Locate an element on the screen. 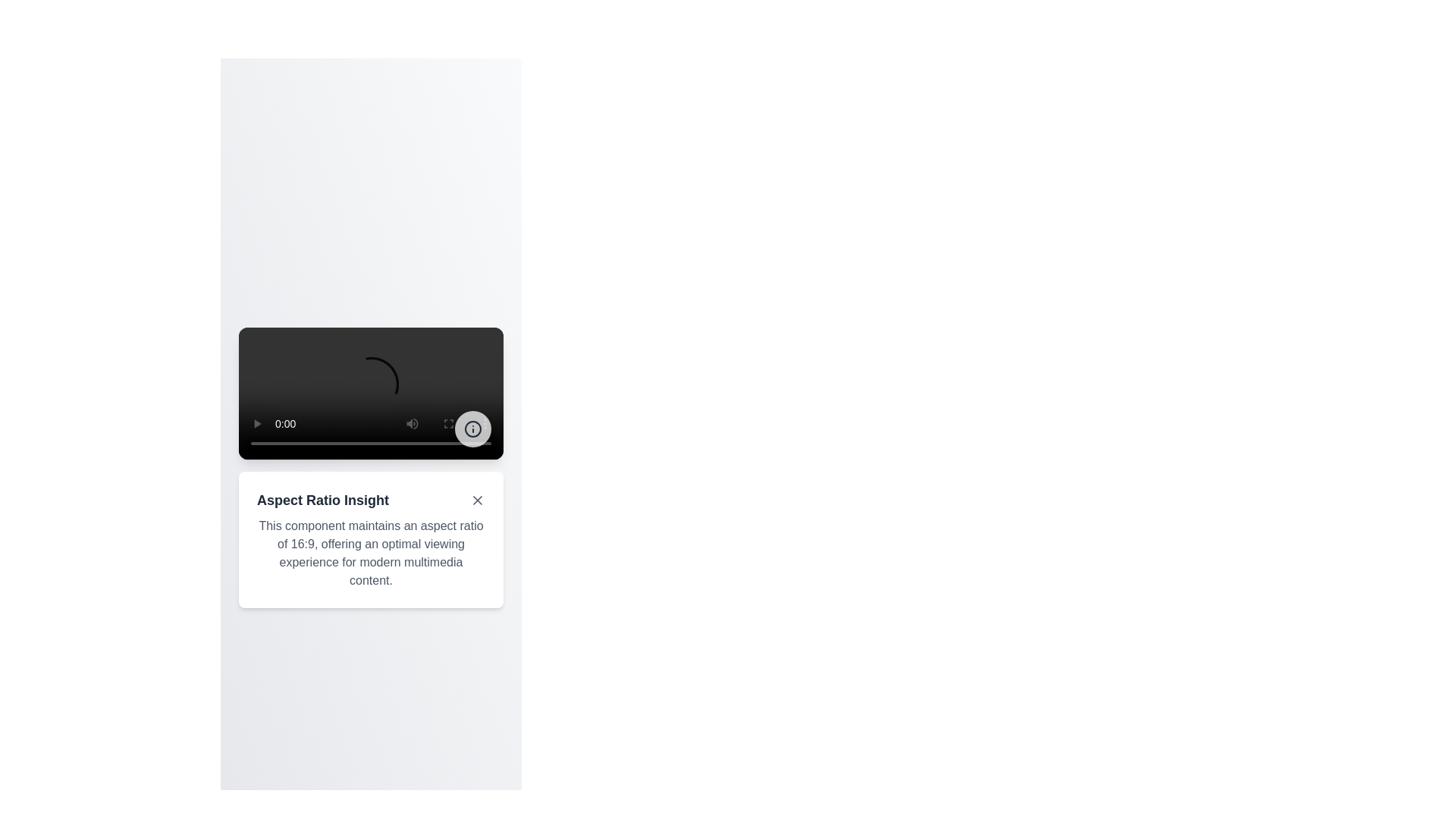 Image resolution: width=1456 pixels, height=819 pixels. the close button located at the far right of the header bar containing the text 'Aspect Ratio Insight' is located at coordinates (476, 500).